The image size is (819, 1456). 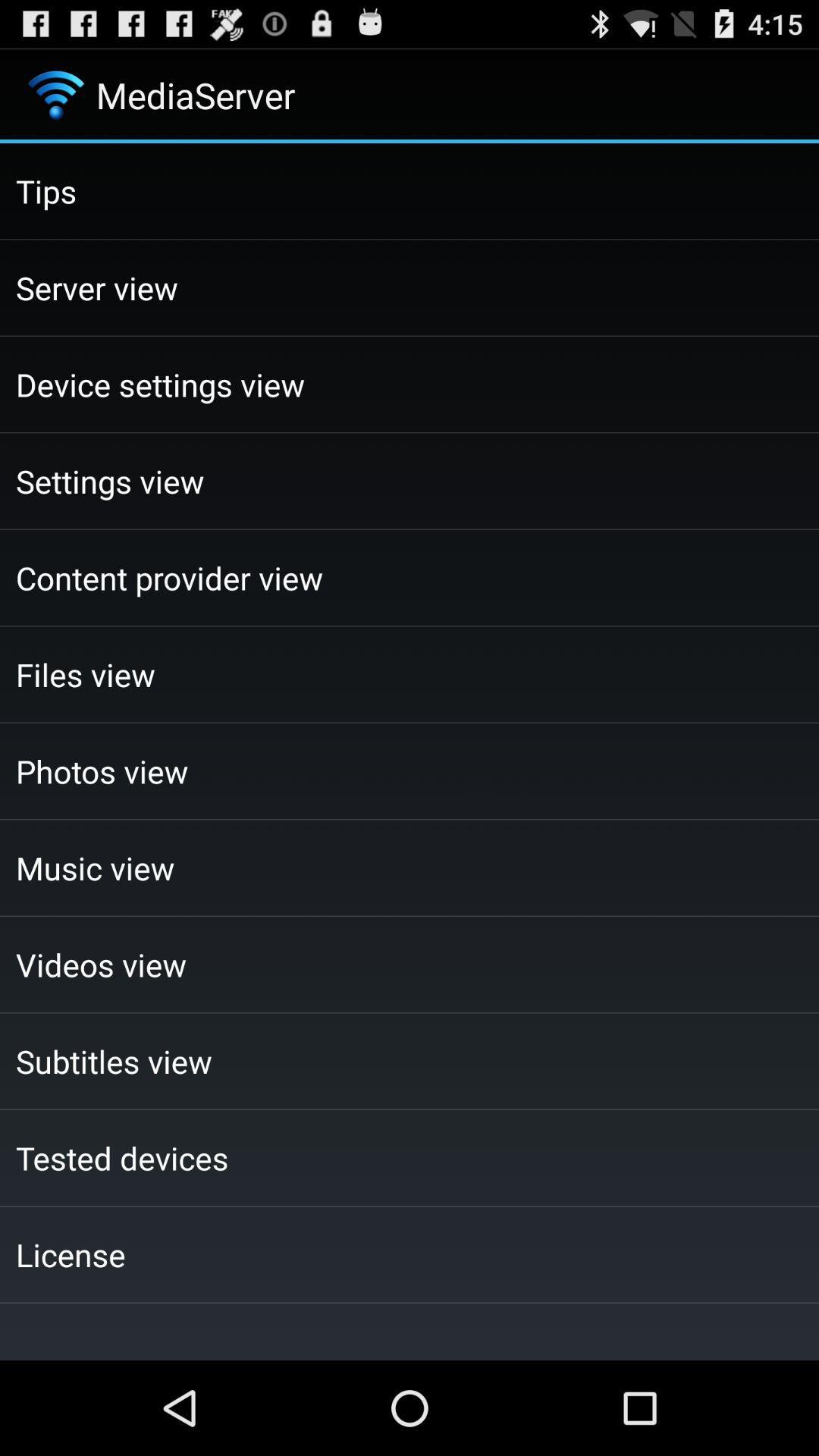 I want to click on the content provider view, so click(x=409, y=577).